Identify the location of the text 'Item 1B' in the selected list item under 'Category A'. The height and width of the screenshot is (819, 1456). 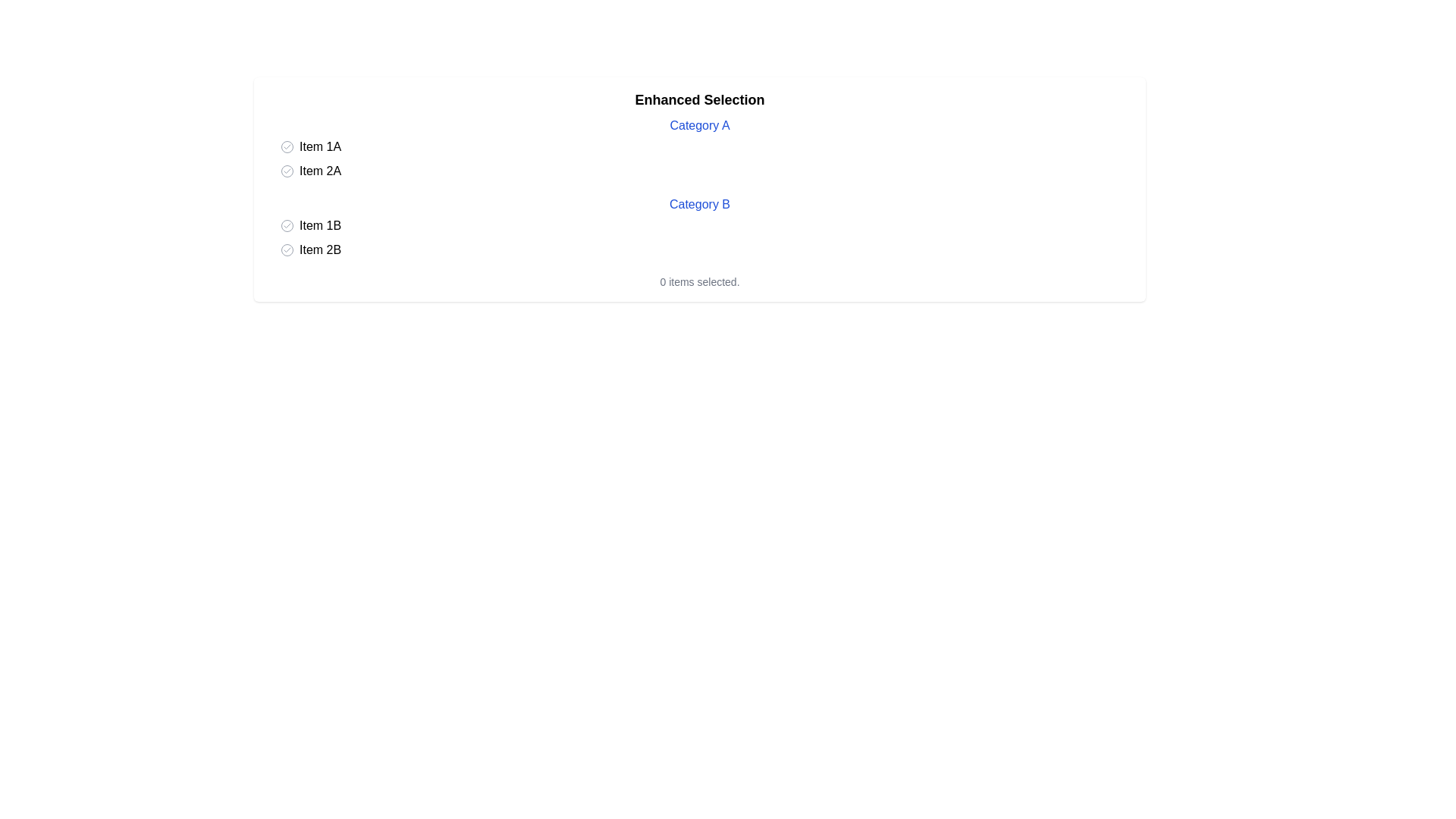
(319, 225).